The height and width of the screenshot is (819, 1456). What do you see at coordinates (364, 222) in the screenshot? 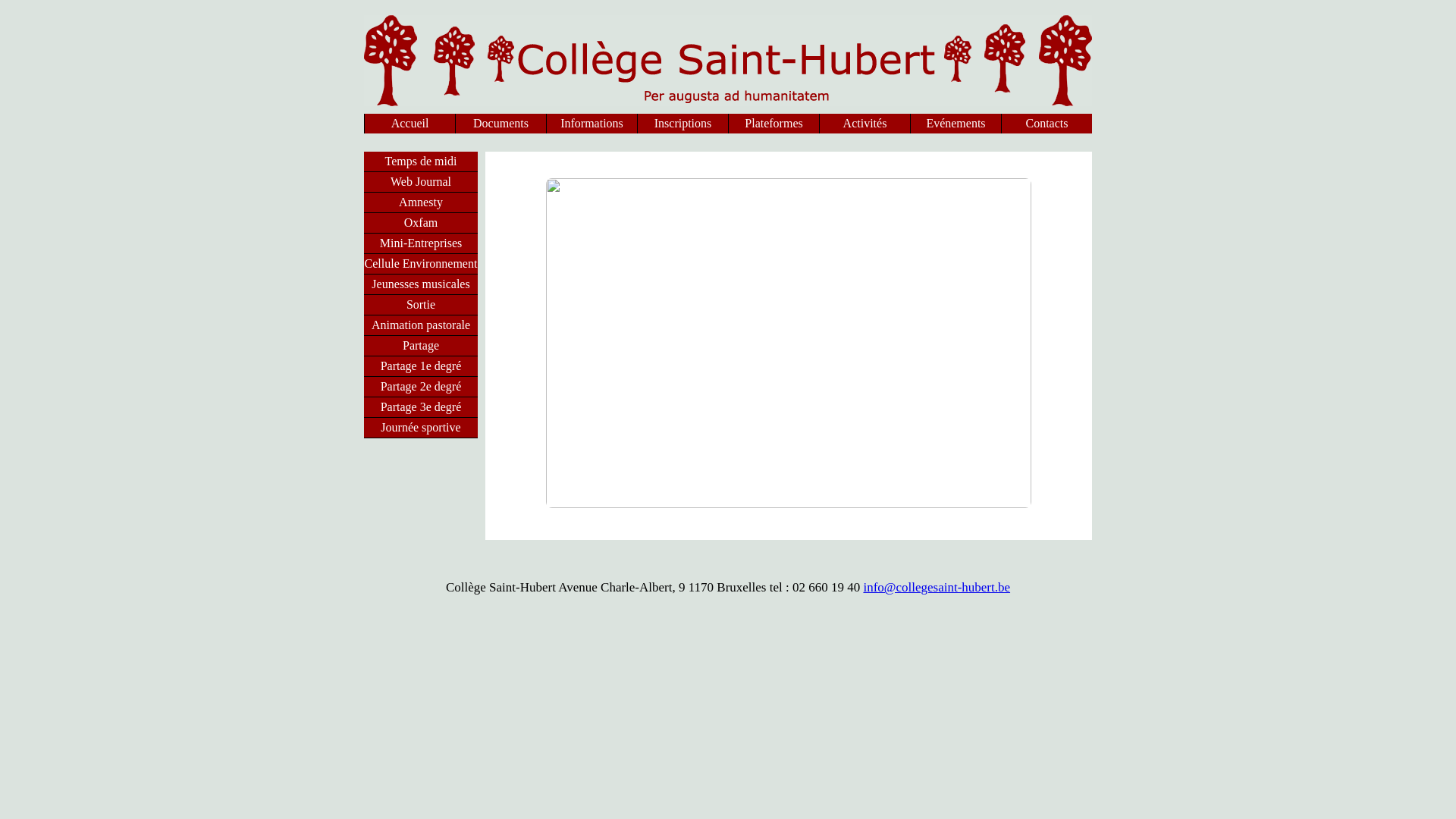
I see `'Oxfam'` at bounding box center [364, 222].